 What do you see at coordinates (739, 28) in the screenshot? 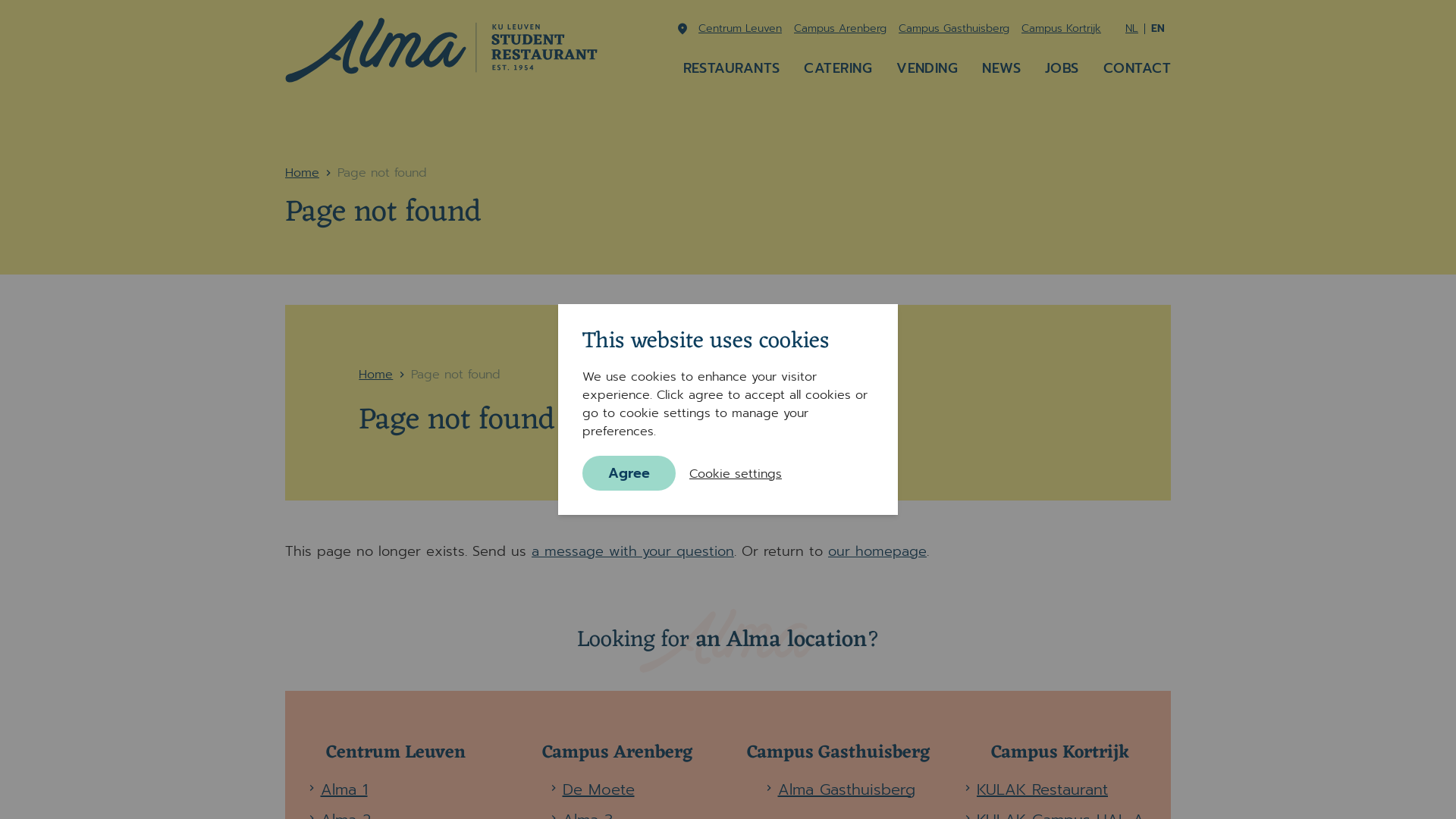
I see `'Centrum Leuven'` at bounding box center [739, 28].